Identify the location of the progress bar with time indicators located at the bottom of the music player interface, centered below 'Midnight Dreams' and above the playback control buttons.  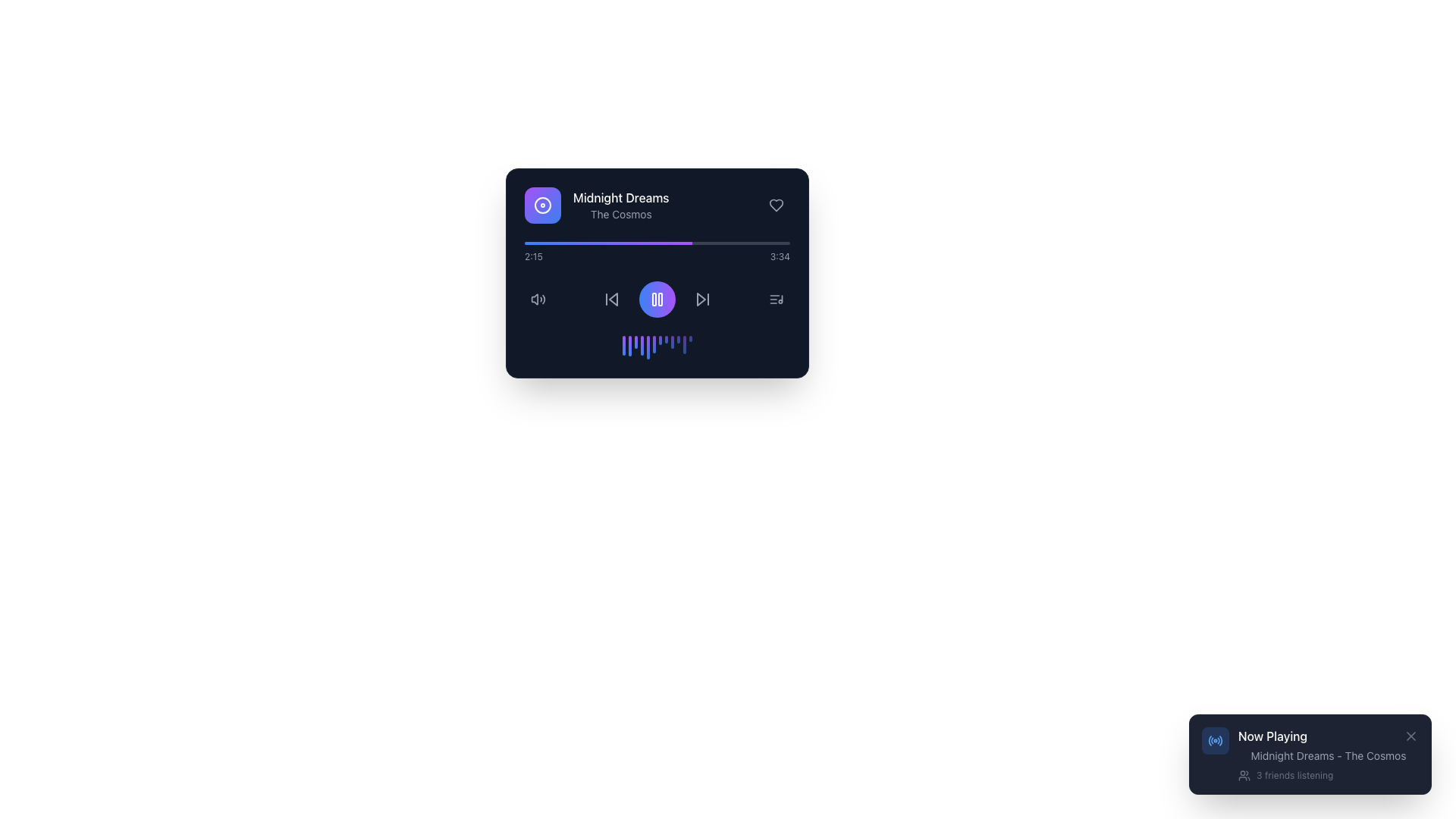
(657, 251).